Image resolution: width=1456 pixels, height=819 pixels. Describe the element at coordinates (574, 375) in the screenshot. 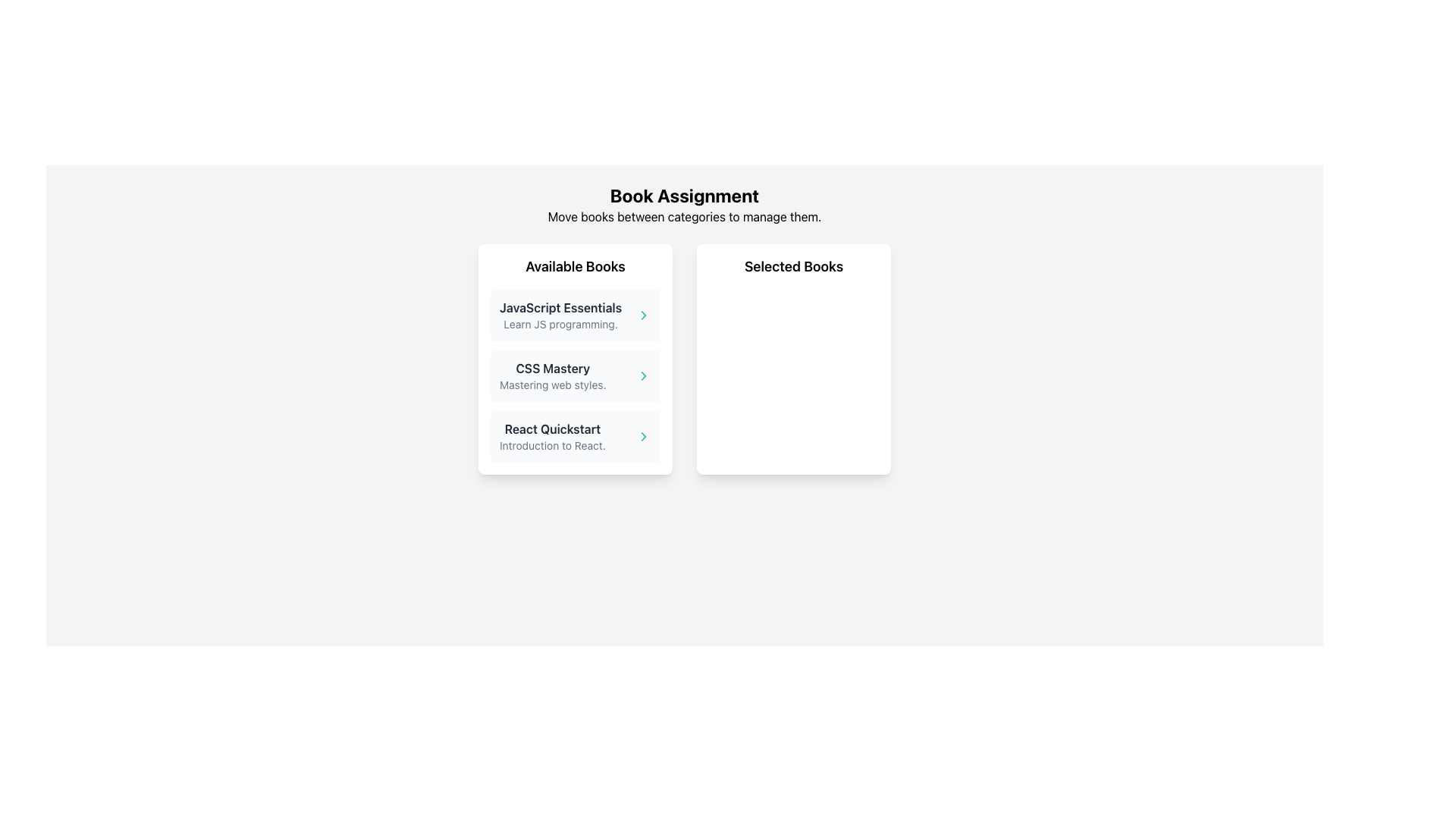

I see `the second entry` at that location.